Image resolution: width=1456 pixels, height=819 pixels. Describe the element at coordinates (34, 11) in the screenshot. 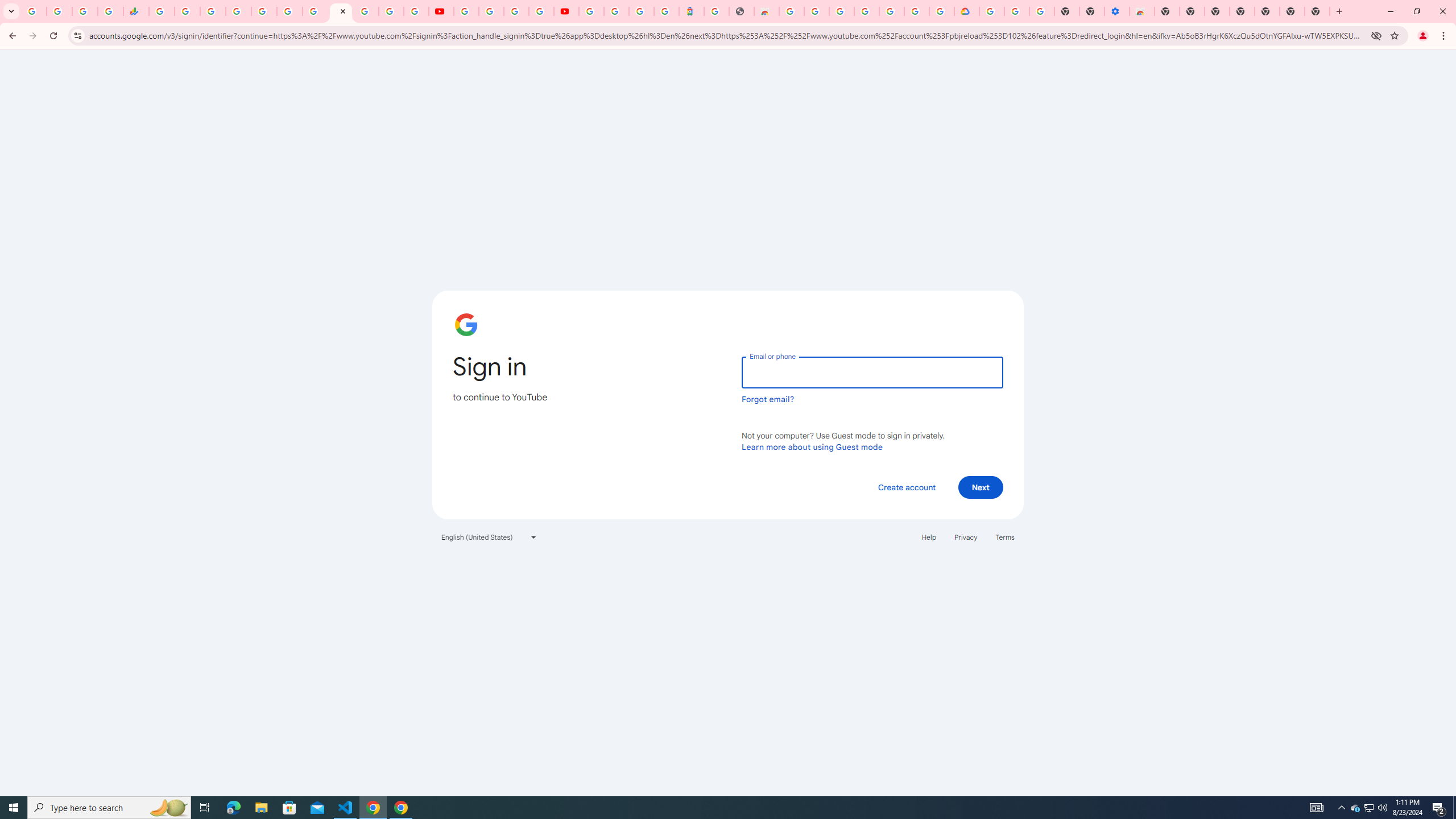

I see `'Google Workspace Admin Community'` at that location.